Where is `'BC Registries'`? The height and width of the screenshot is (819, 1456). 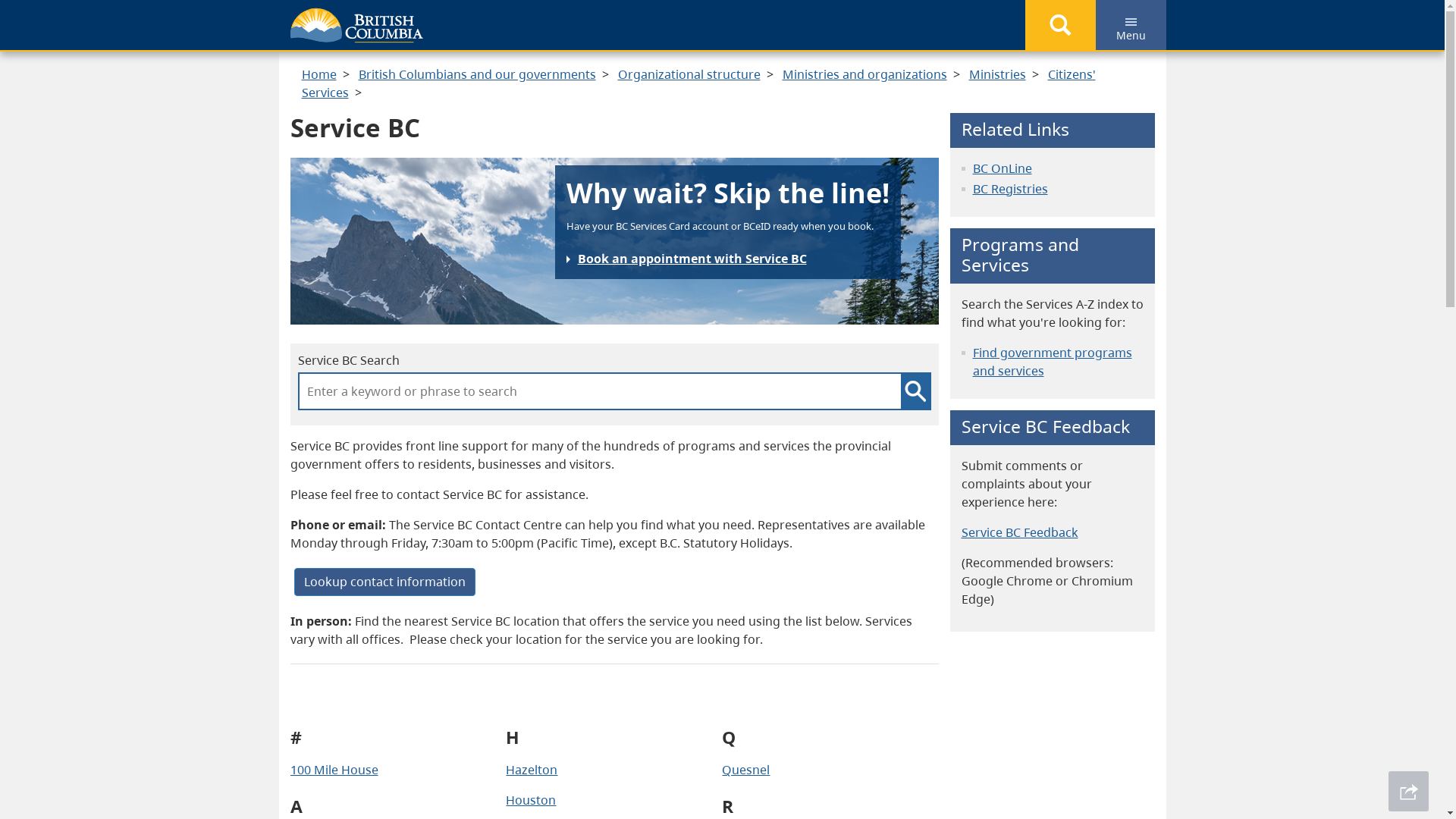 'BC Registries' is located at coordinates (971, 188).